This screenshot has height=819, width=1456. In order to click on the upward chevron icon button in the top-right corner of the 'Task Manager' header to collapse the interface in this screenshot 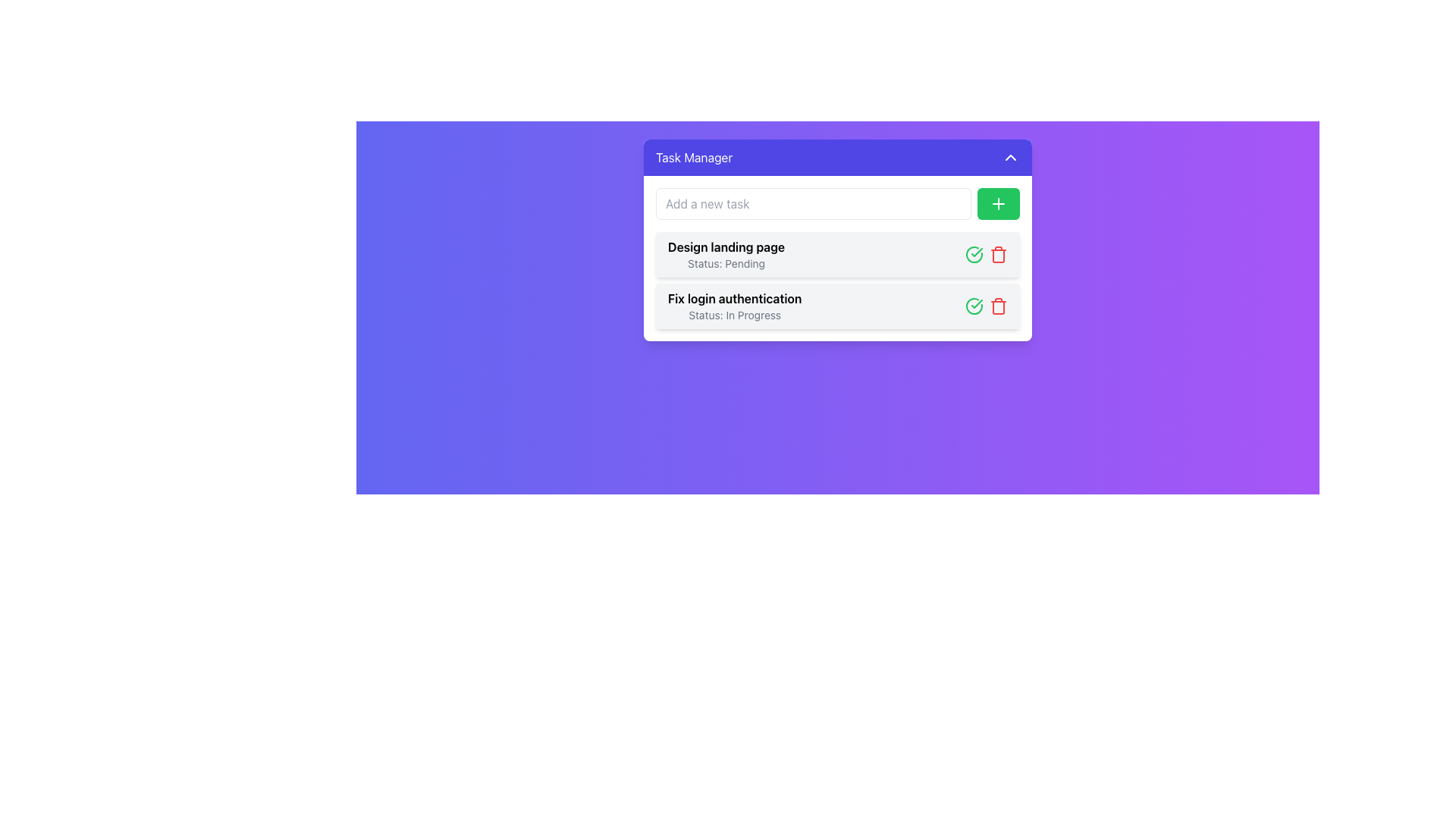, I will do `click(1011, 158)`.